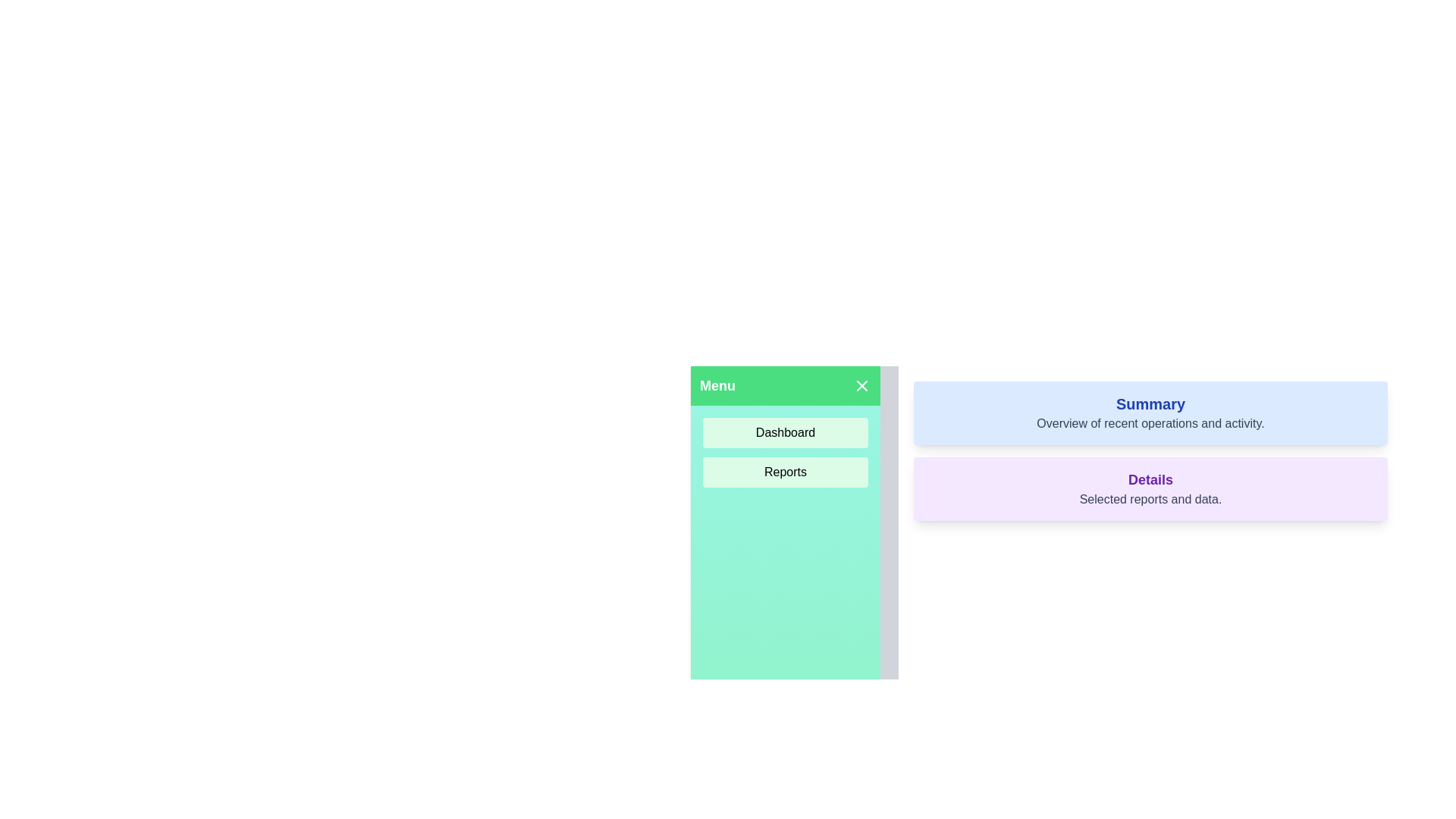 The height and width of the screenshot is (819, 1456). I want to click on the static text label element that serves as a title for the panel, located in the top-left corner of a green rectangular header bar, positioned left of the 'close' icon (X), so click(717, 385).